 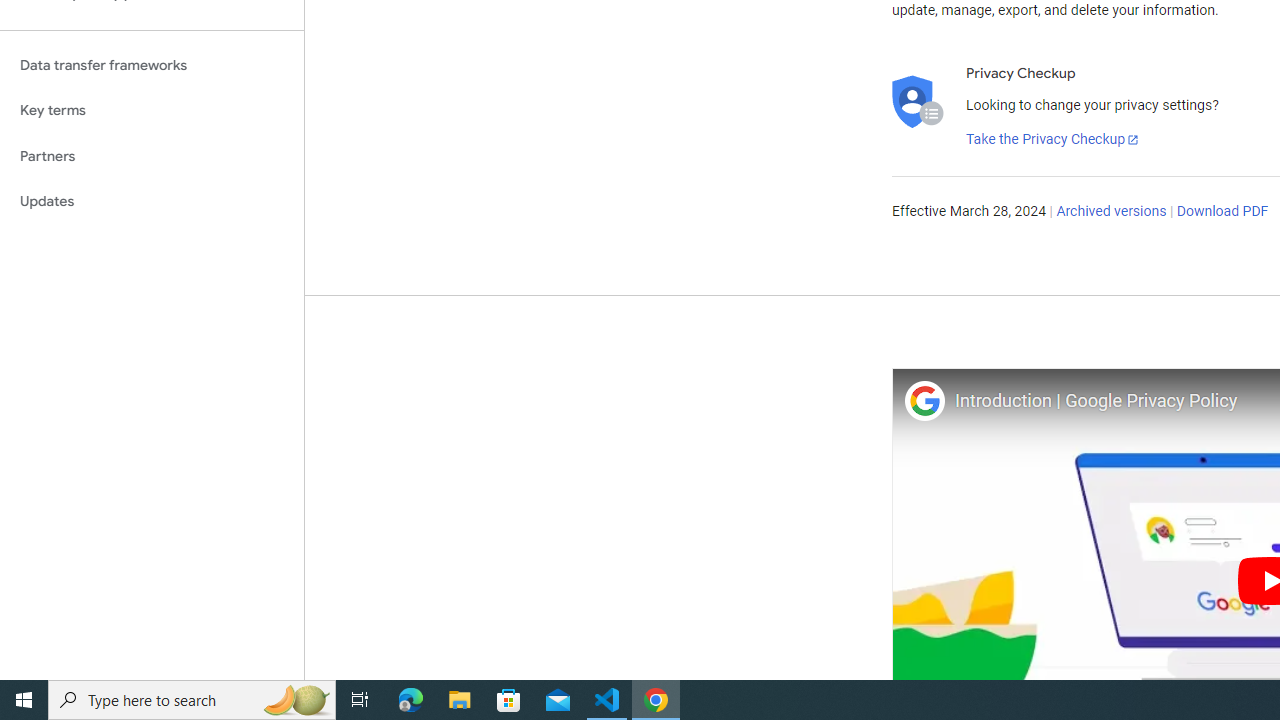 What do you see at coordinates (923, 400) in the screenshot?
I see `'Photo image of Google'` at bounding box center [923, 400].